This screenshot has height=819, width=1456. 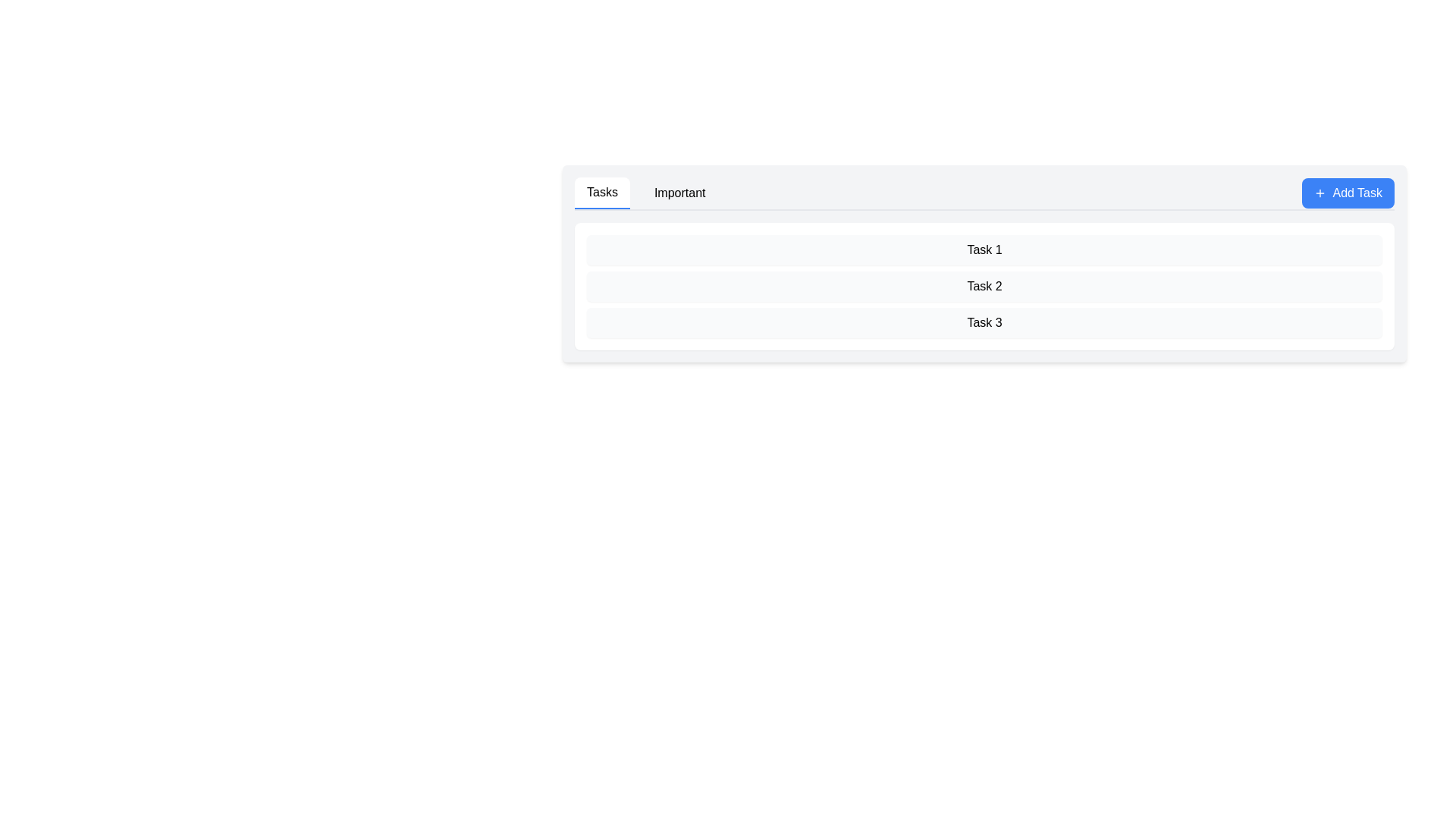 What do you see at coordinates (601, 192) in the screenshot?
I see `the 'Tasks' tab` at bounding box center [601, 192].